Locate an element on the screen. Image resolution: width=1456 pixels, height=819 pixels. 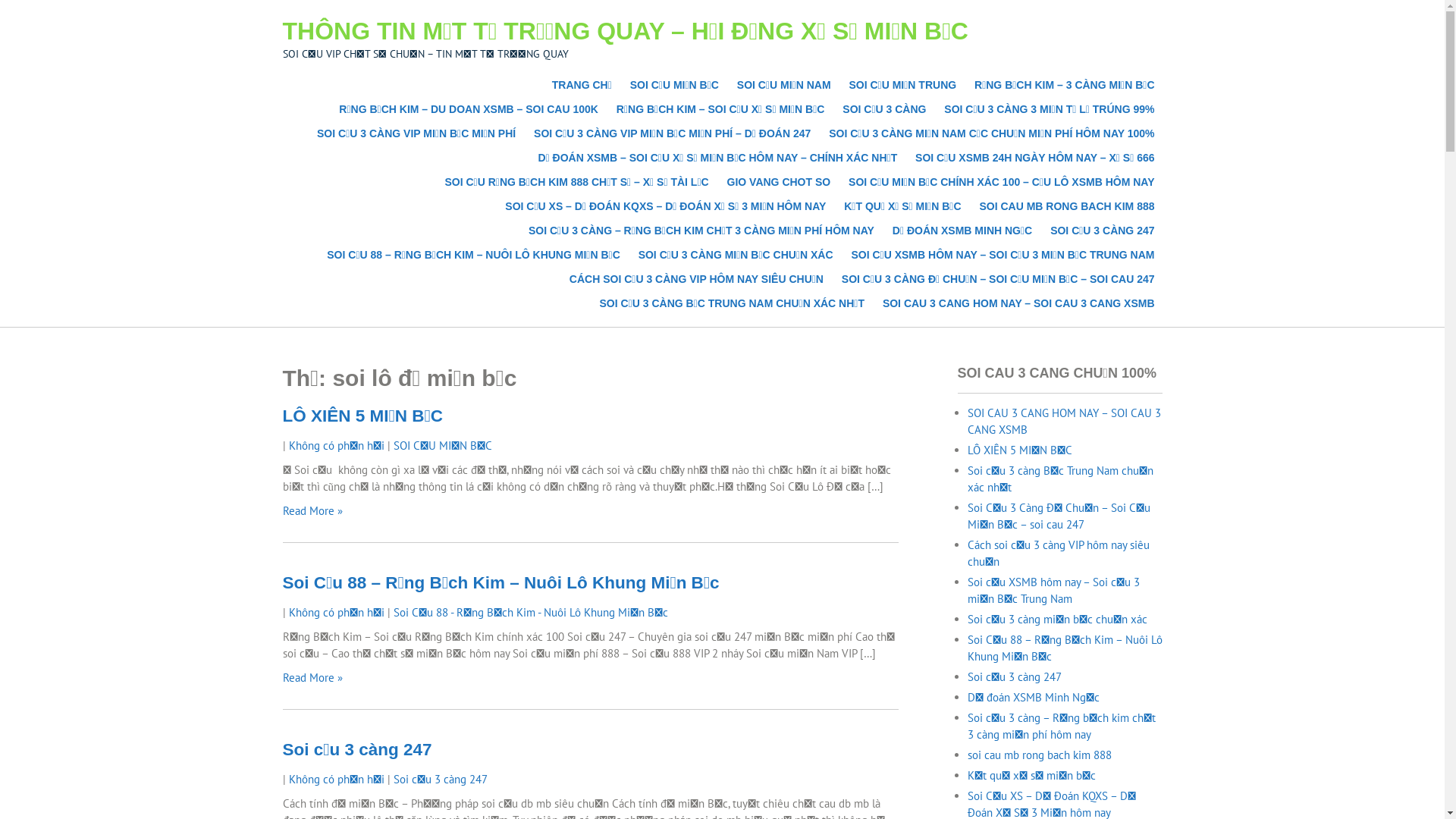
'SOI CAU MB RONG BACH KIM 888' is located at coordinates (1065, 206).